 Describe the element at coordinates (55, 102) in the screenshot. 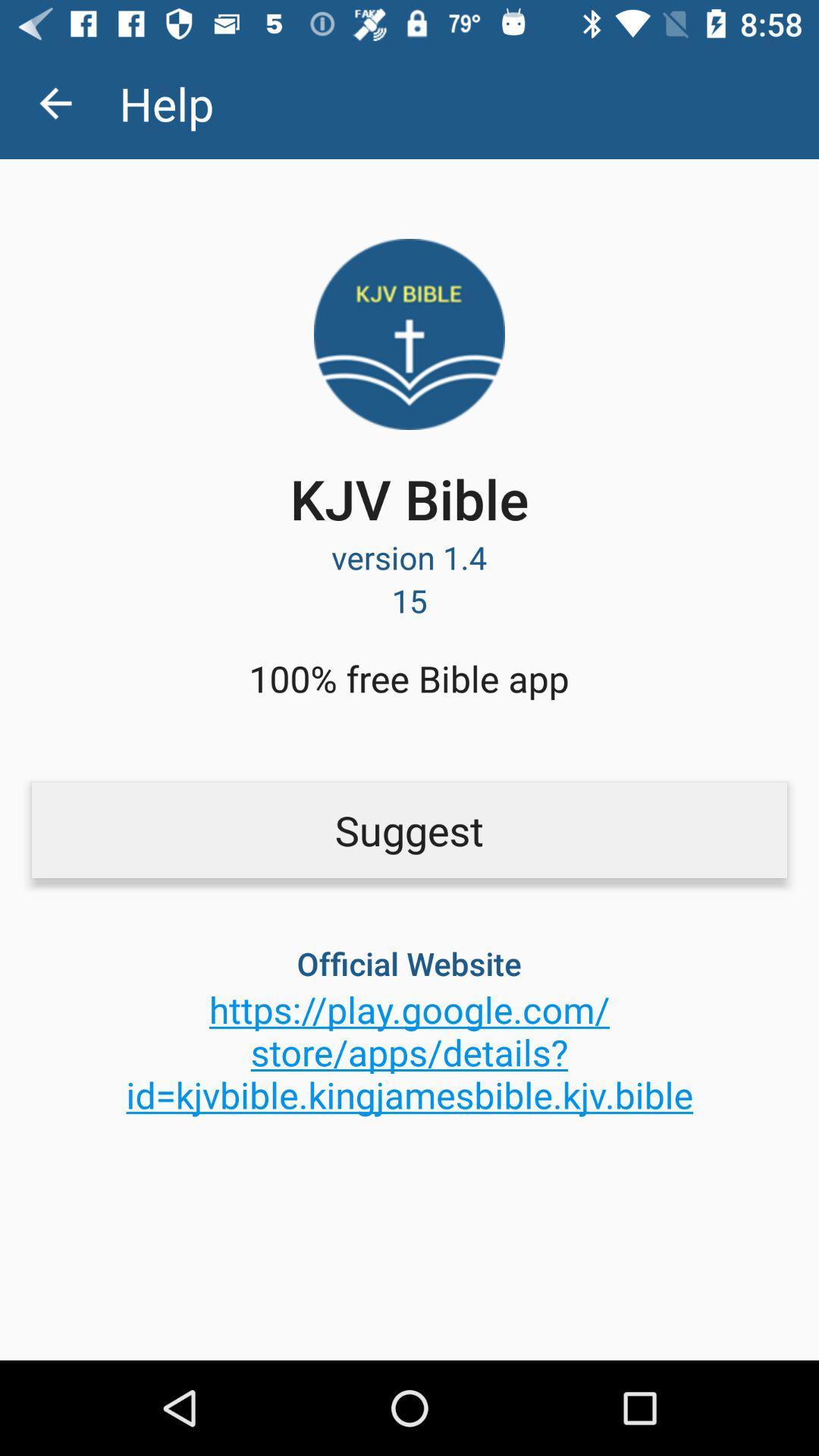

I see `icon to the left of help item` at that location.